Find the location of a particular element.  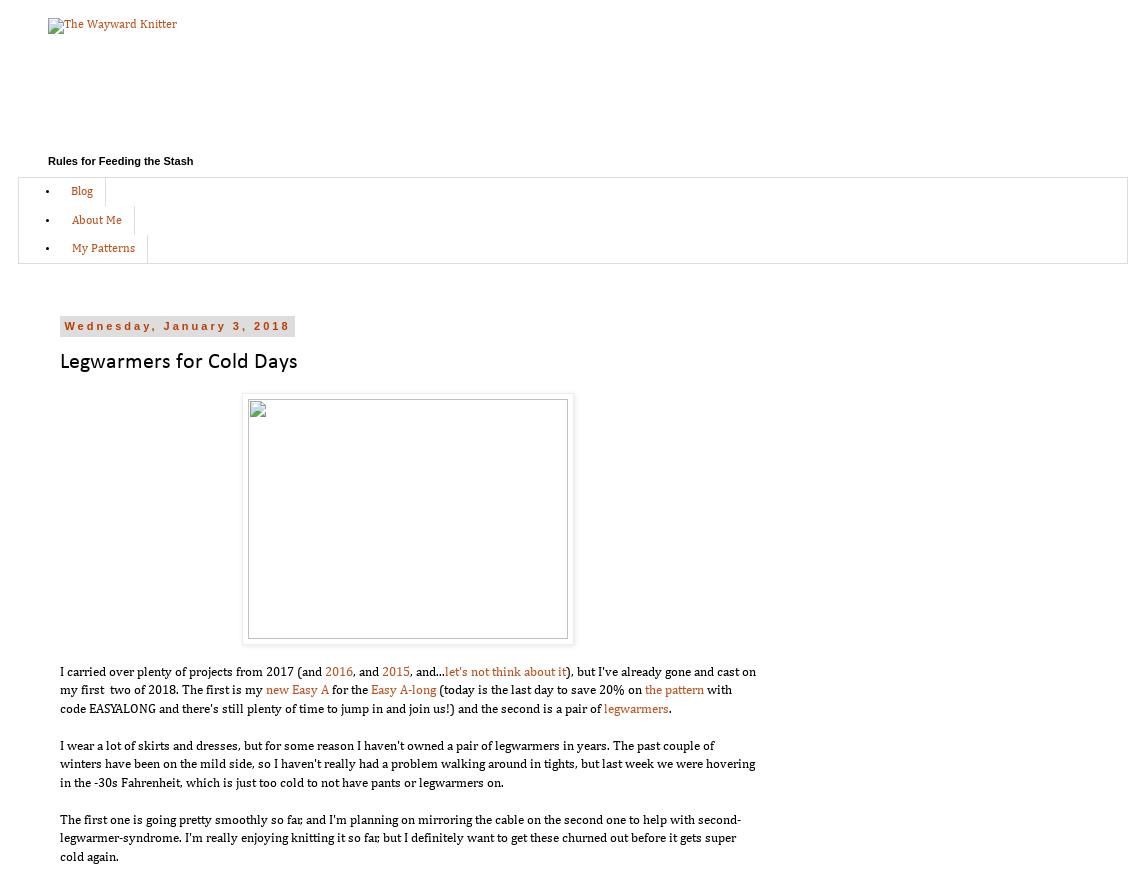

'), but I've already gone and cast on my first  two of 2018. The first is my' is located at coordinates (406, 680).